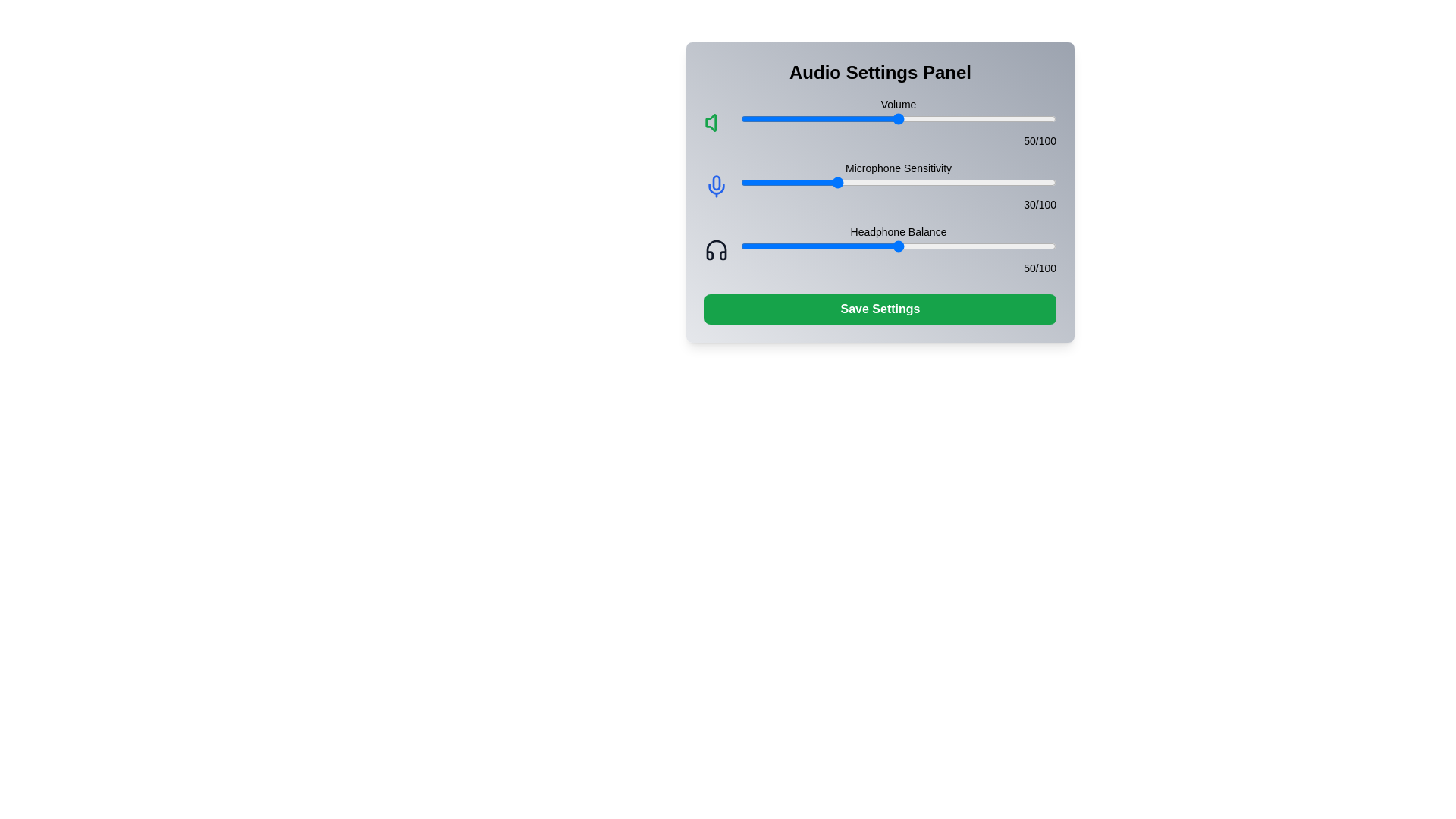 This screenshot has height=819, width=1456. What do you see at coordinates (880, 309) in the screenshot?
I see `the green 'Save Settings' button` at bounding box center [880, 309].